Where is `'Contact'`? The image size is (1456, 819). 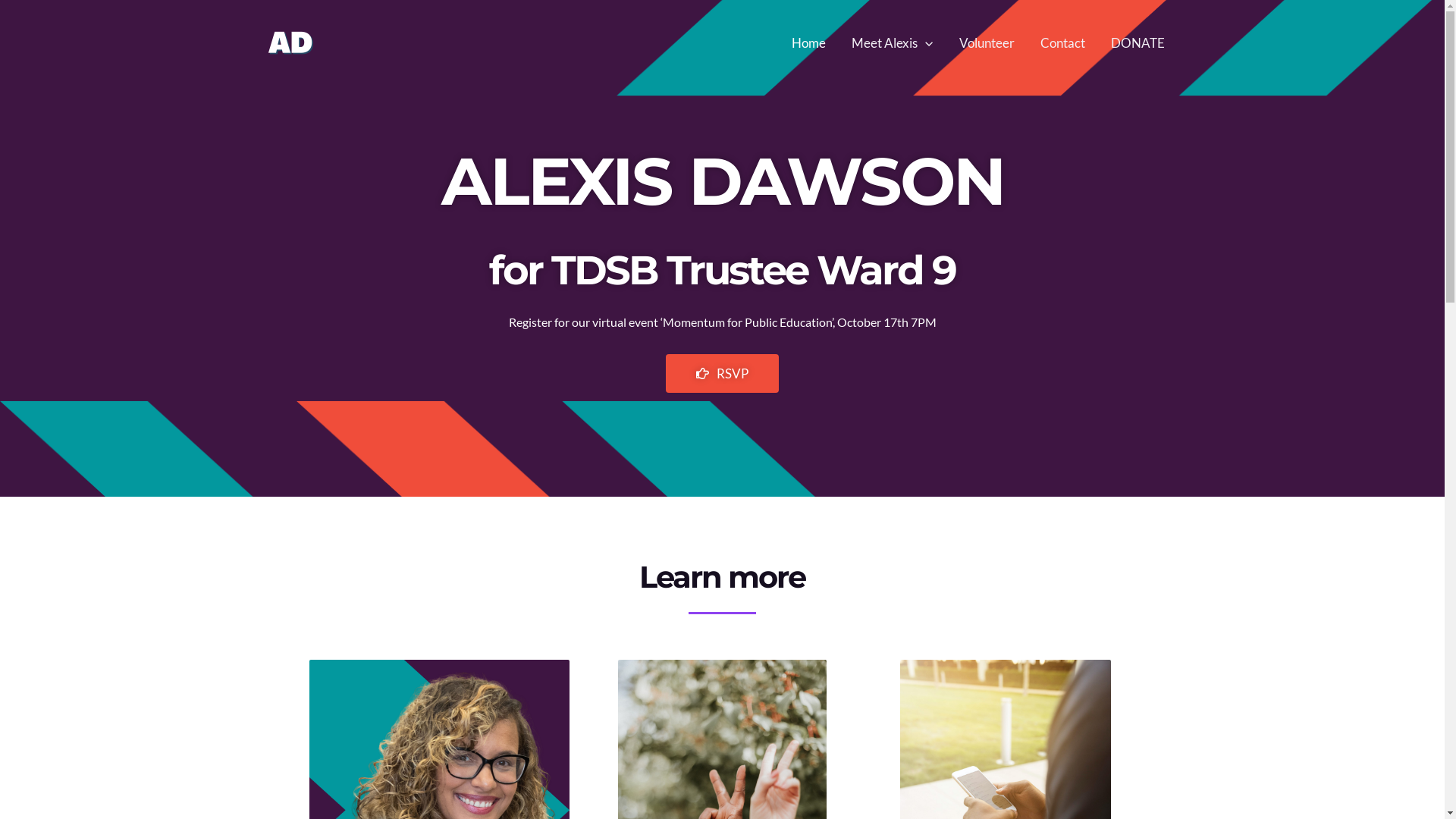 'Contact' is located at coordinates (1061, 42).